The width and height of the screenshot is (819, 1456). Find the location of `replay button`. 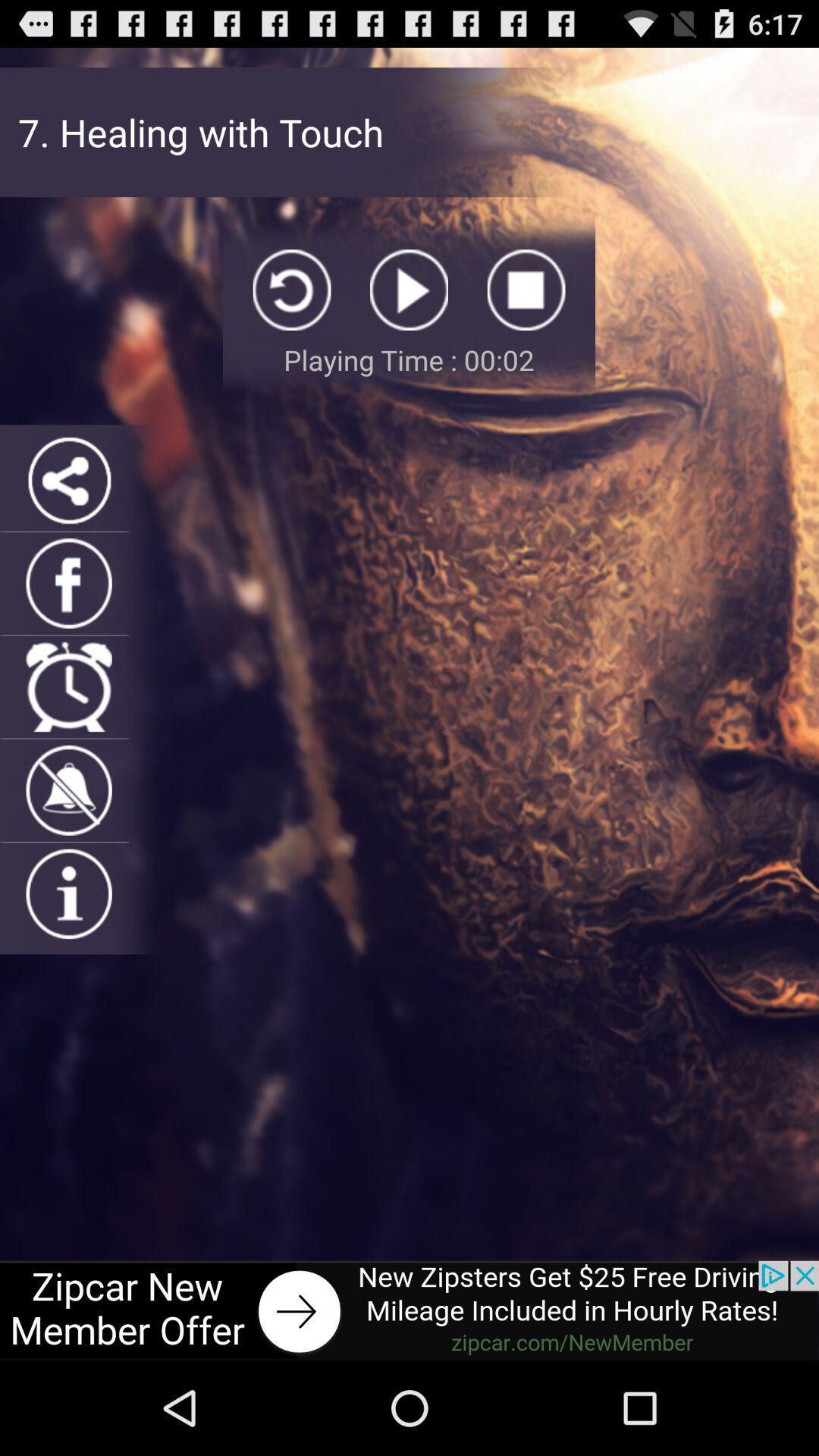

replay button is located at coordinates (292, 290).